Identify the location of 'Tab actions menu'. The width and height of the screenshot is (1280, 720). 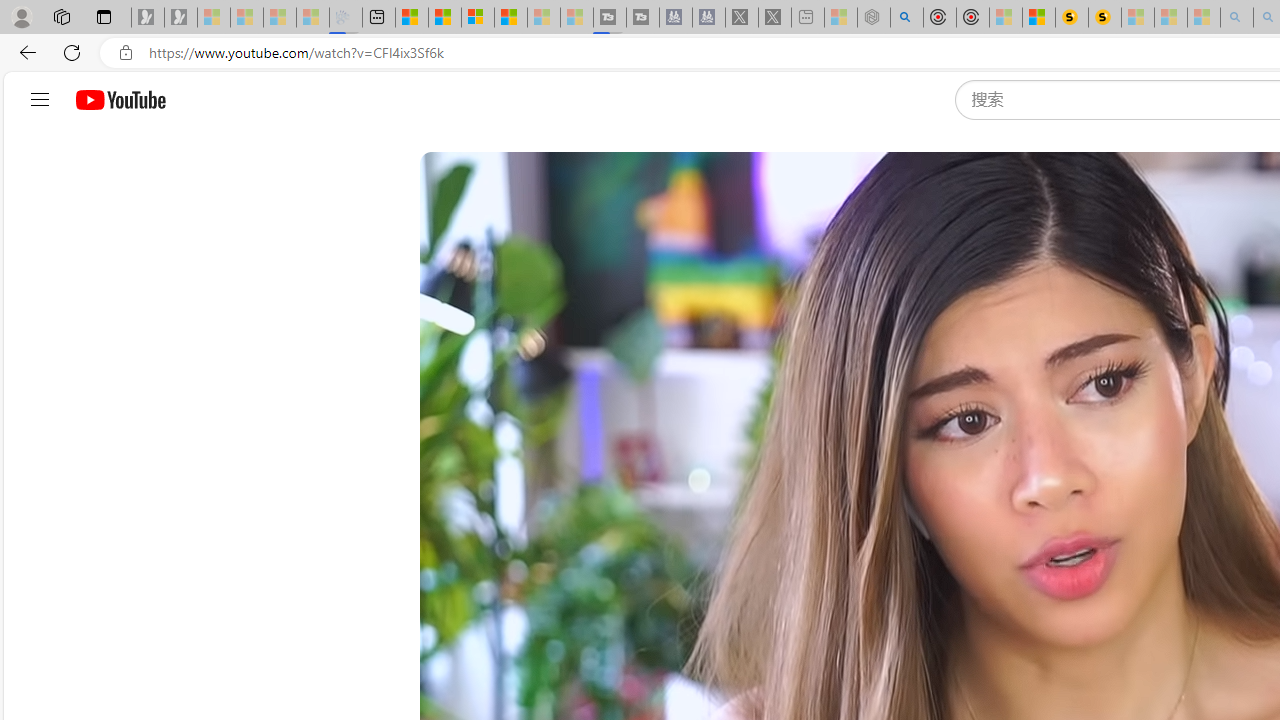
(103, 16).